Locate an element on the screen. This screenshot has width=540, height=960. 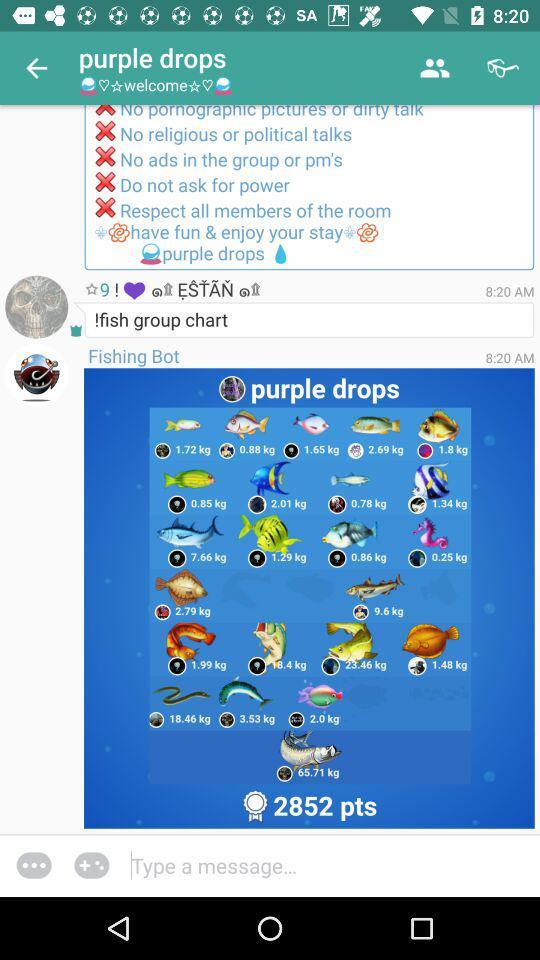
please follow the icon is located at coordinates (309, 187).